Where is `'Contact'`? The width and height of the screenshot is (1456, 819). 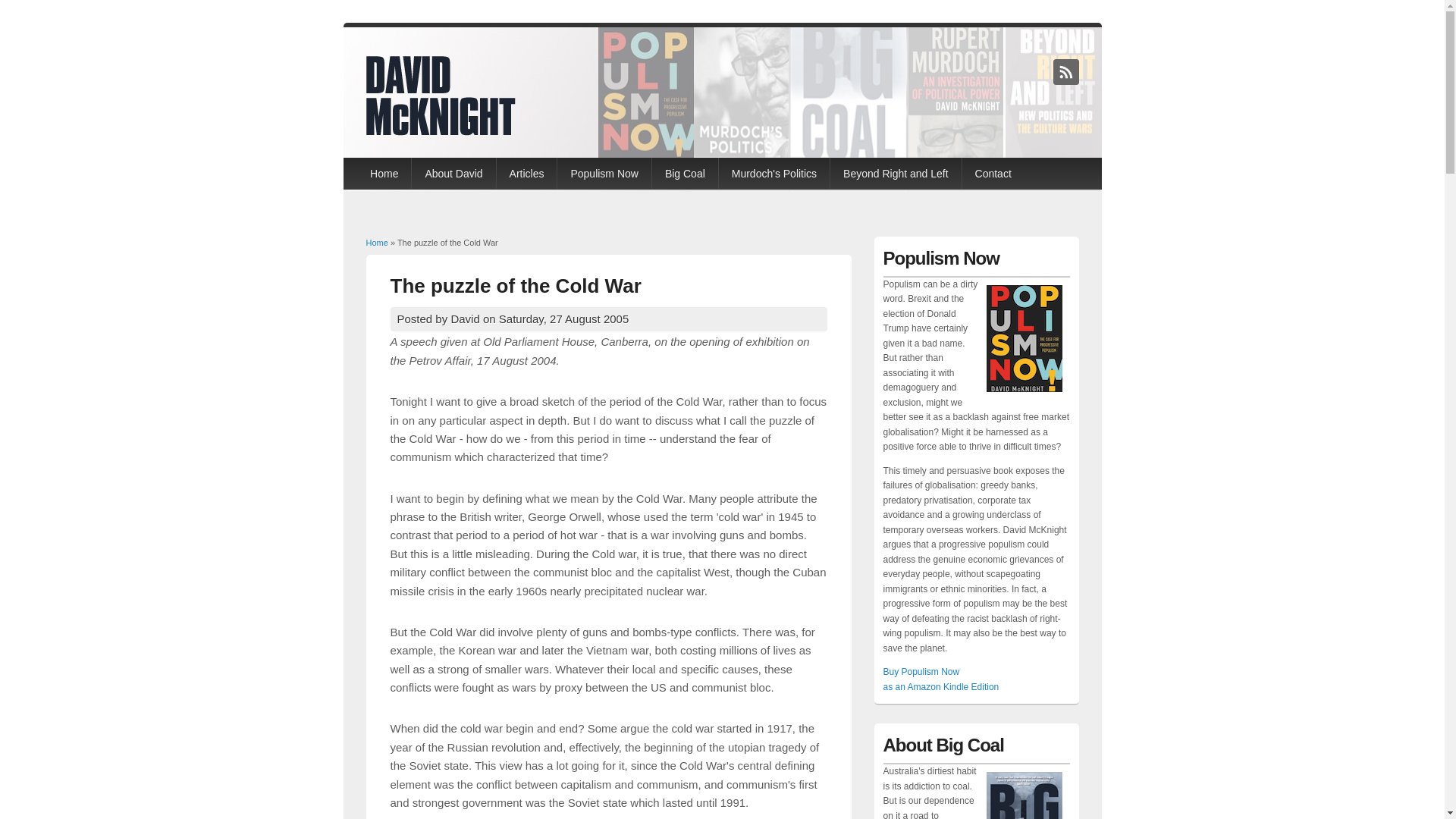 'Contact' is located at coordinates (993, 172).